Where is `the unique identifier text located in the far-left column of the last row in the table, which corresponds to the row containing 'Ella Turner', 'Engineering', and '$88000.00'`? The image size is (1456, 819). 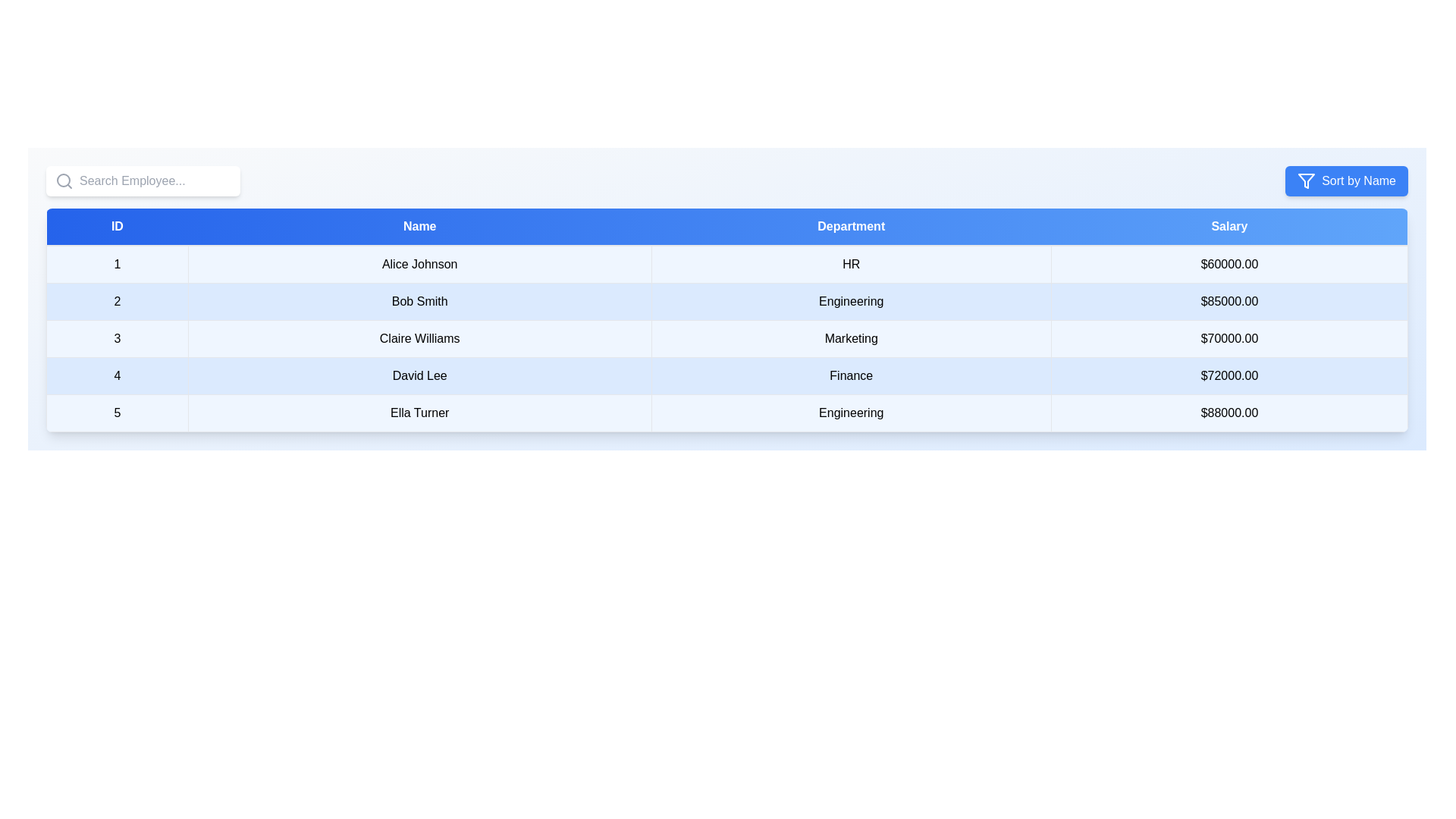
the unique identifier text located in the far-left column of the last row in the table, which corresponds to the row containing 'Ella Turner', 'Engineering', and '$88000.00' is located at coordinates (116, 413).